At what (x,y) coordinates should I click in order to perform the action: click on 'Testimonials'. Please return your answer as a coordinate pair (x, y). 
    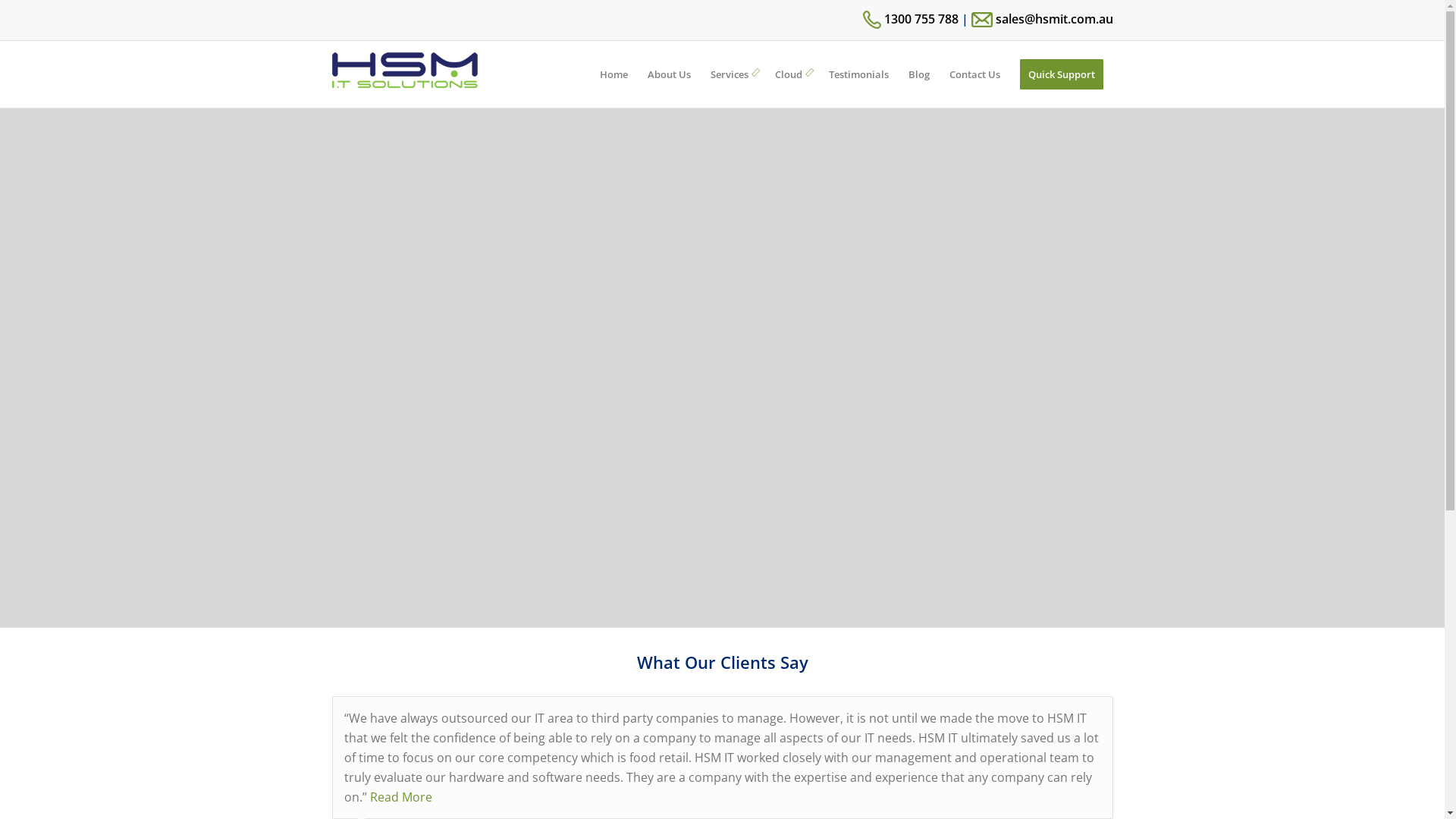
    Looking at the image, I should click on (858, 74).